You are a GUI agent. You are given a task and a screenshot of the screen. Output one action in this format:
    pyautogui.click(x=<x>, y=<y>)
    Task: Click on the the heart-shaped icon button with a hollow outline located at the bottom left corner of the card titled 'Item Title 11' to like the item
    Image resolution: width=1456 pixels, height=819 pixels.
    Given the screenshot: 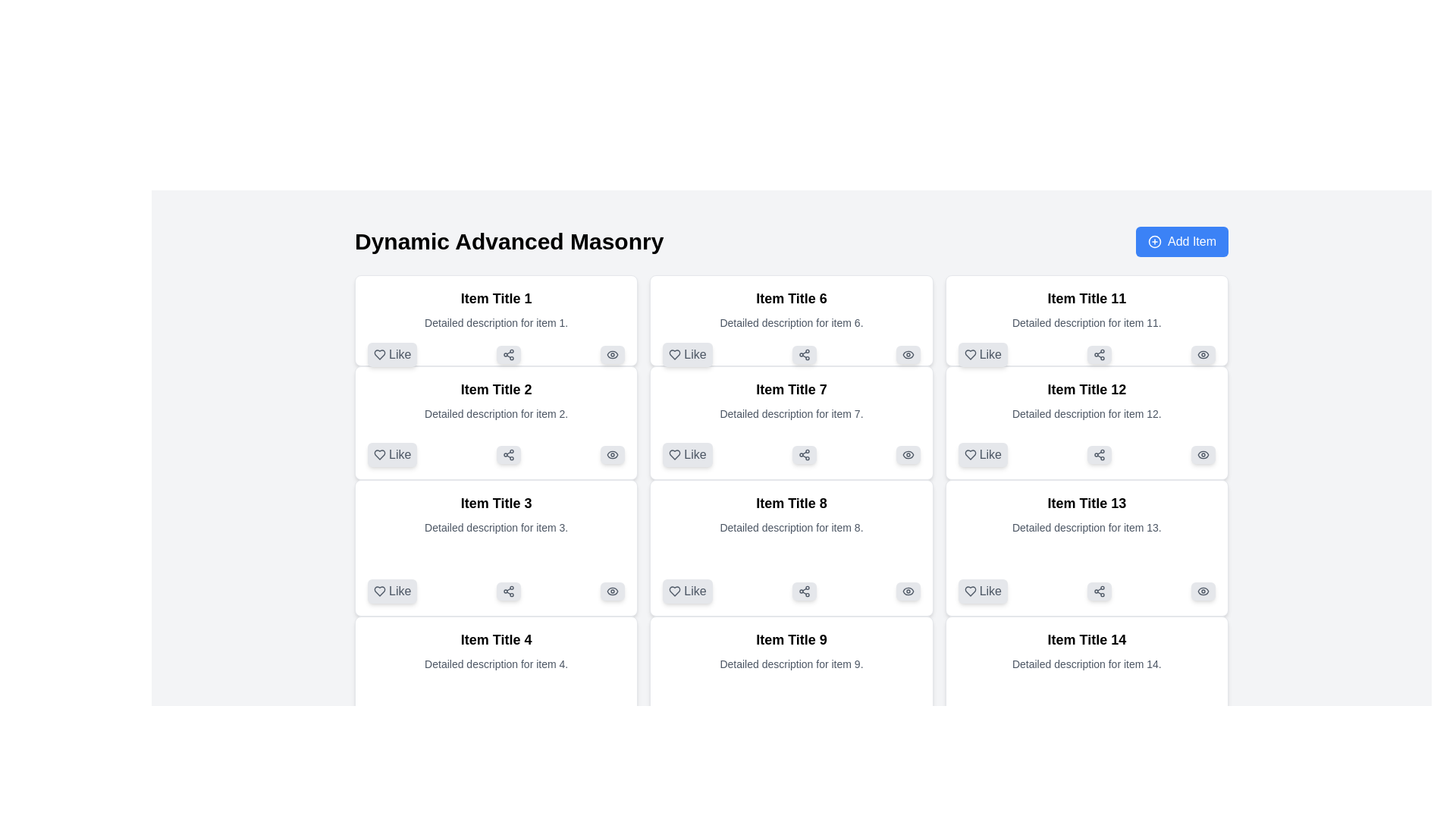 What is the action you would take?
    pyautogui.click(x=969, y=354)
    